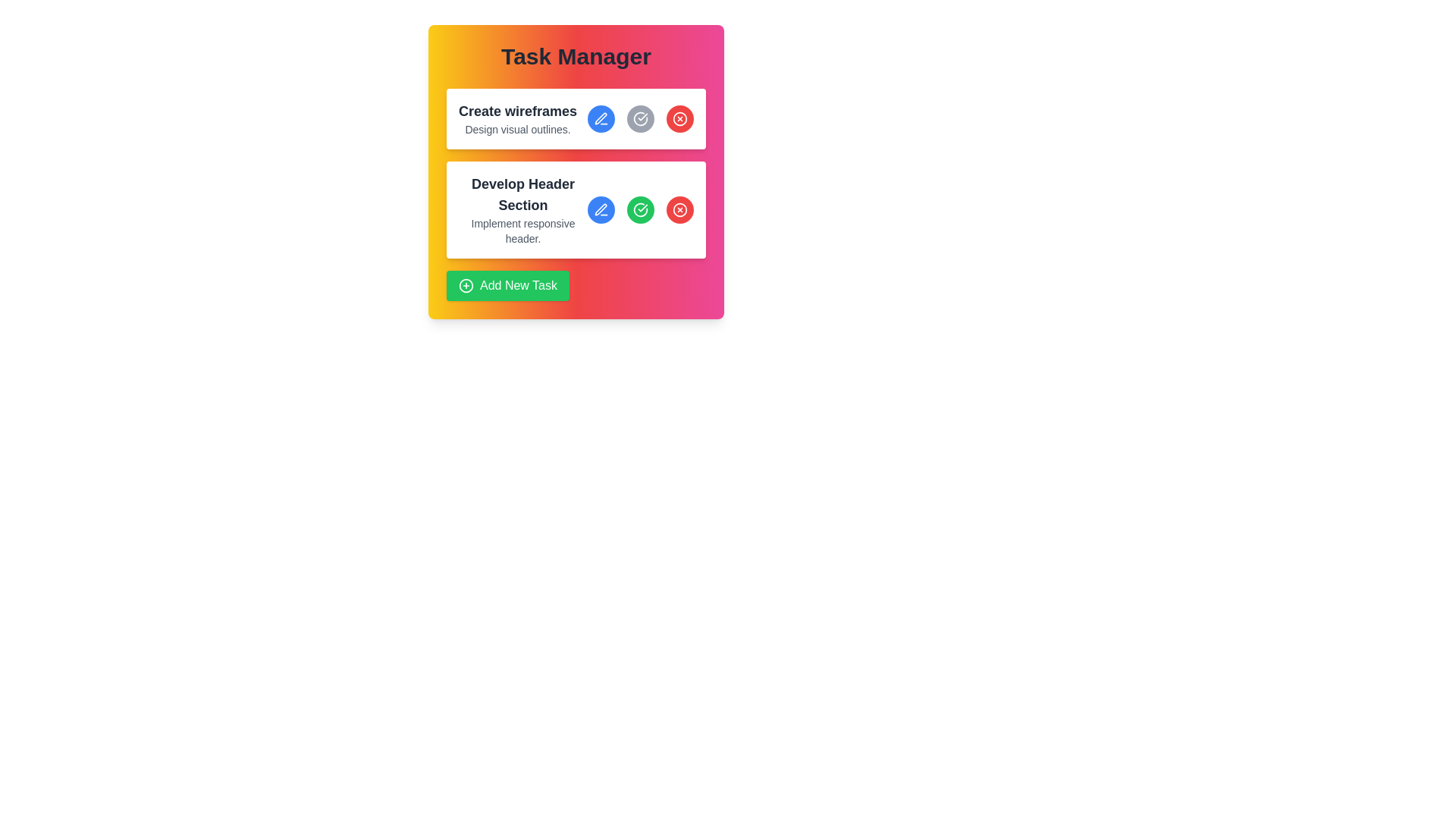 This screenshot has width=1456, height=819. What do you see at coordinates (679, 210) in the screenshot?
I see `red circular icon with a white cross symbol located inside the rightmost button of the second task row titled 'Develop Header Section'` at bounding box center [679, 210].